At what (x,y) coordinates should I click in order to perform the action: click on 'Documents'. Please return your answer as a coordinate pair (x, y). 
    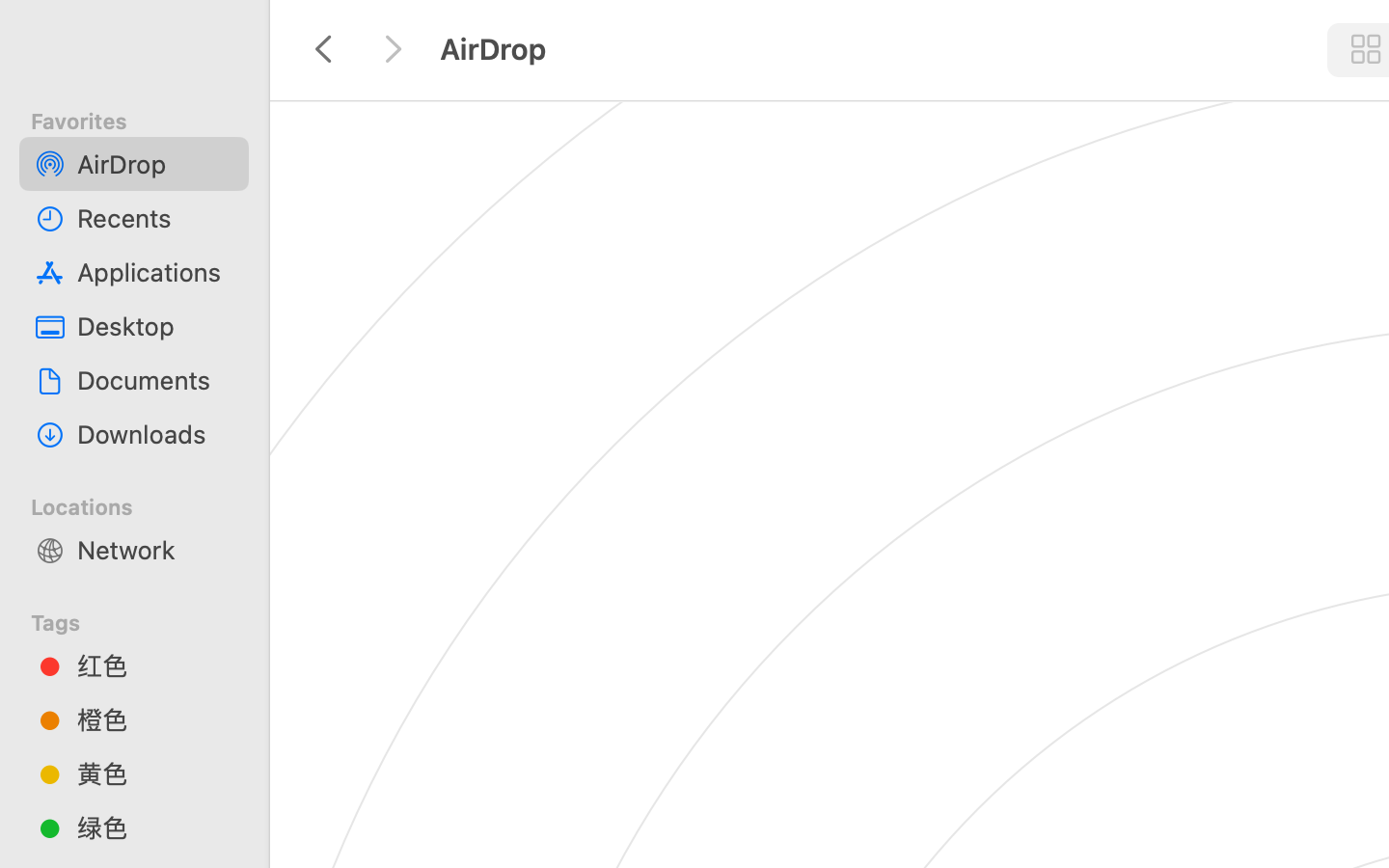
    Looking at the image, I should click on (153, 380).